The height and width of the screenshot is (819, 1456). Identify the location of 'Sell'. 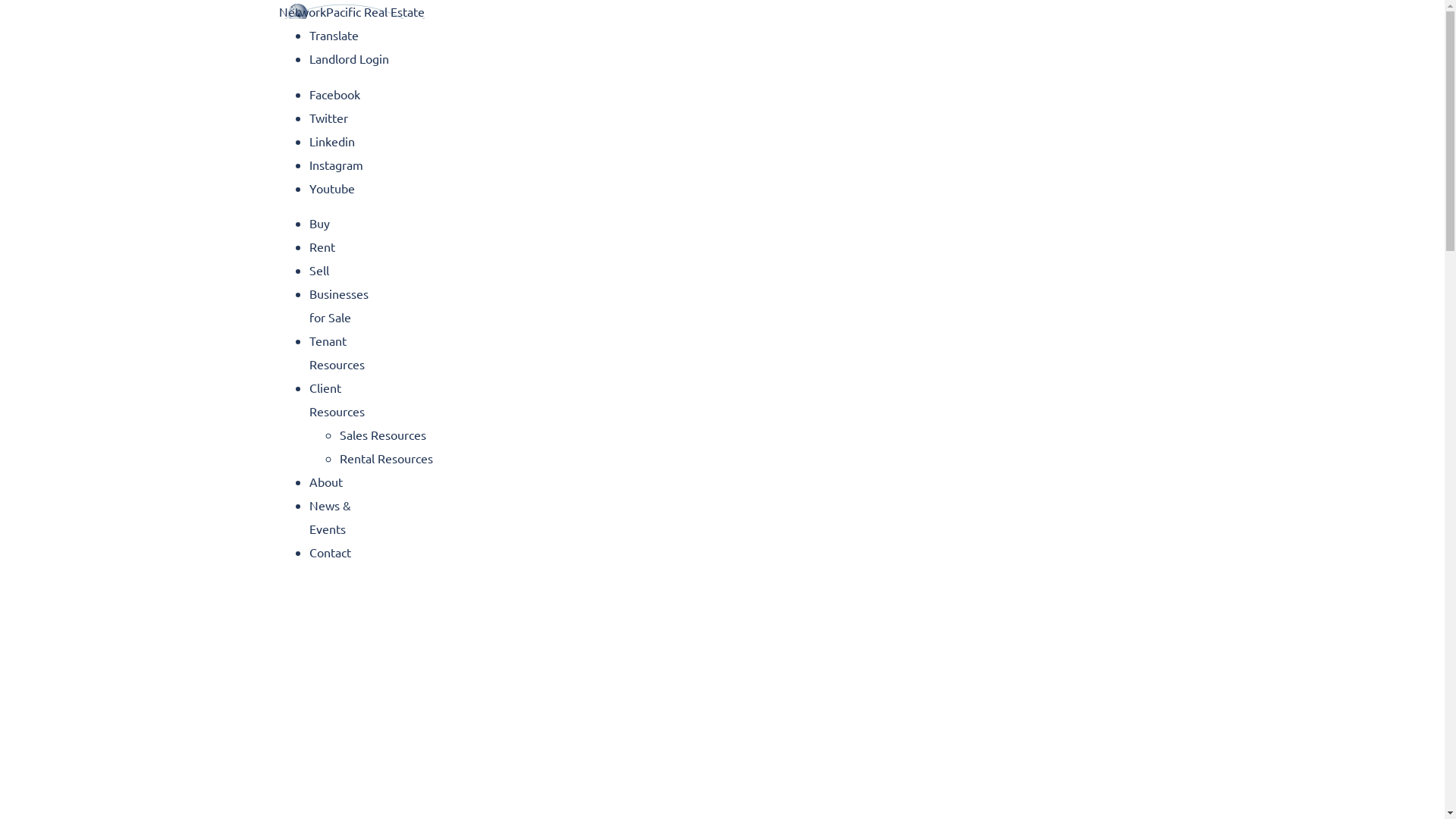
(309, 268).